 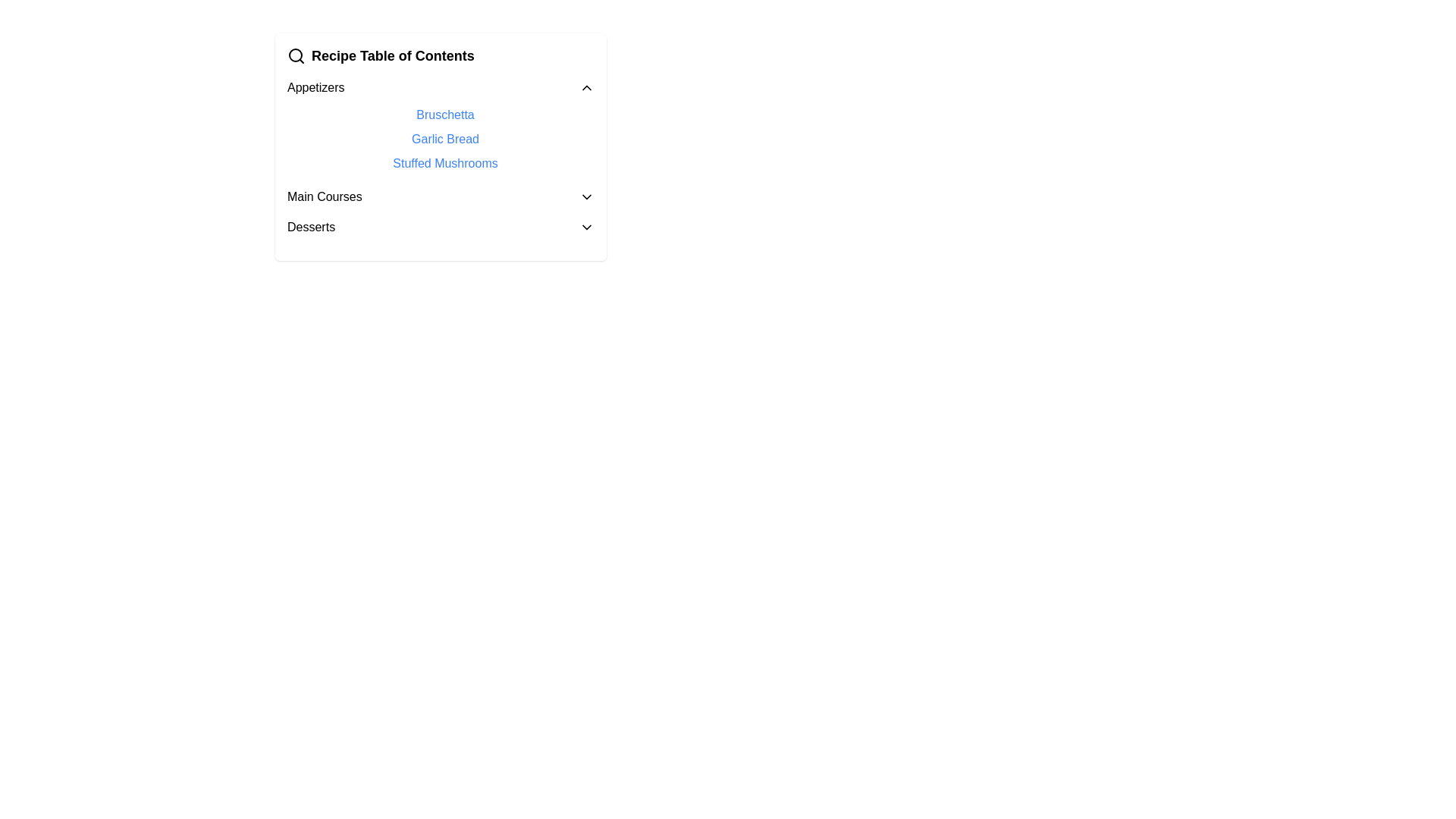 What do you see at coordinates (446, 114) in the screenshot?
I see `the hyperlink for 'Bruschetta' located in the 'Appetizers' section of the Recipe Table of Contents` at bounding box center [446, 114].